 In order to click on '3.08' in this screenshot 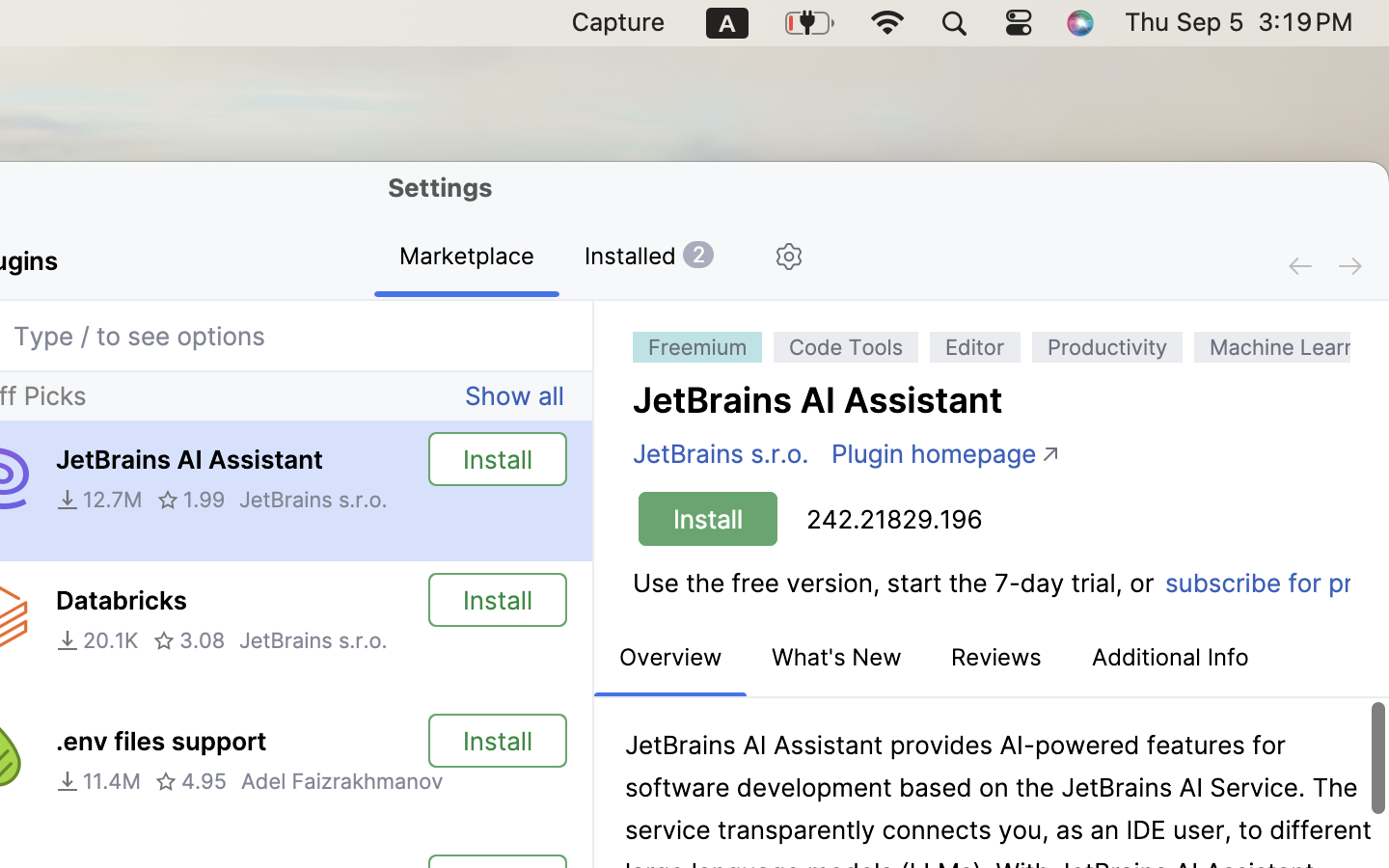, I will do `click(188, 640)`.